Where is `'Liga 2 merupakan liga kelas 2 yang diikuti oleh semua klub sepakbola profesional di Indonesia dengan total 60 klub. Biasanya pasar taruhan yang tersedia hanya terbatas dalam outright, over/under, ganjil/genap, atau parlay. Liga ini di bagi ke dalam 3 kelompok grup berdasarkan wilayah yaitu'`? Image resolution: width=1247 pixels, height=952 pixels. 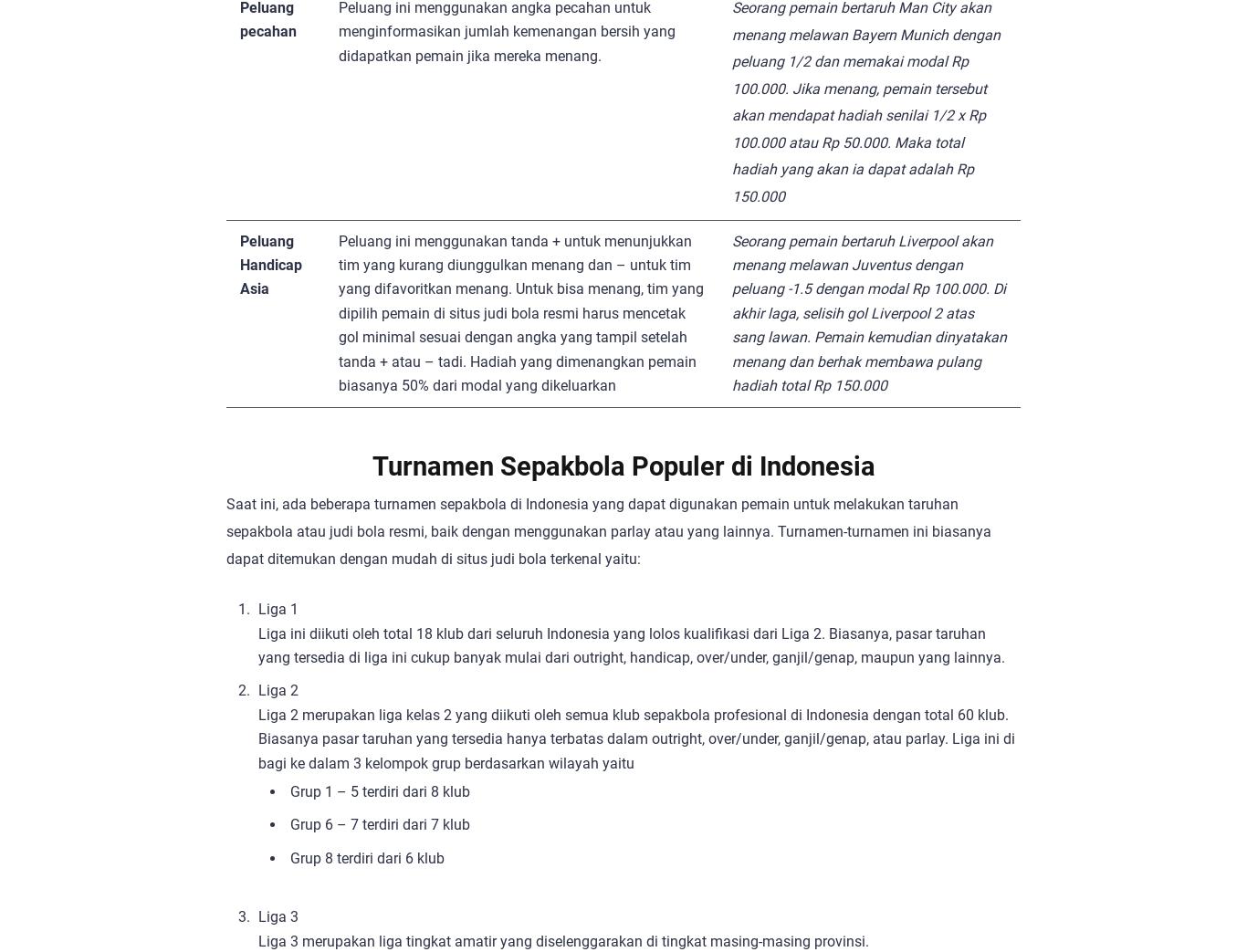 'Liga 2 merupakan liga kelas 2 yang diikuti oleh semua klub sepakbola profesional di Indonesia dengan total 60 klub. Biasanya pasar taruhan yang tersedia hanya terbatas dalam outright, over/under, ganjil/genap, atau parlay. Liga ini di bagi ke dalam 3 kelompok grup berdasarkan wilayah yaitu' is located at coordinates (258, 737).